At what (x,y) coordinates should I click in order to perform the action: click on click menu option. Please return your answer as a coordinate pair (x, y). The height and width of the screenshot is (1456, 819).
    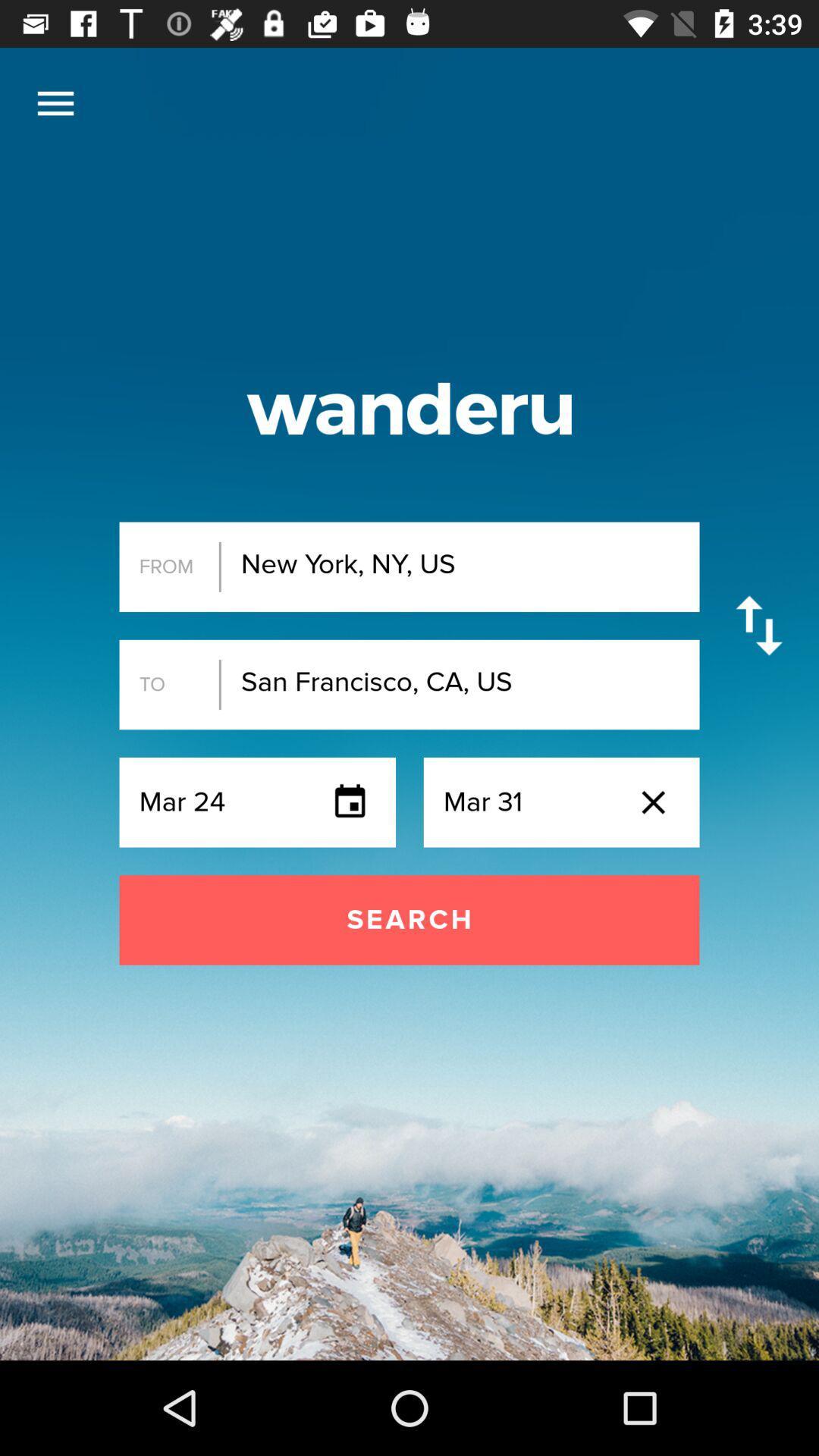
    Looking at the image, I should click on (55, 102).